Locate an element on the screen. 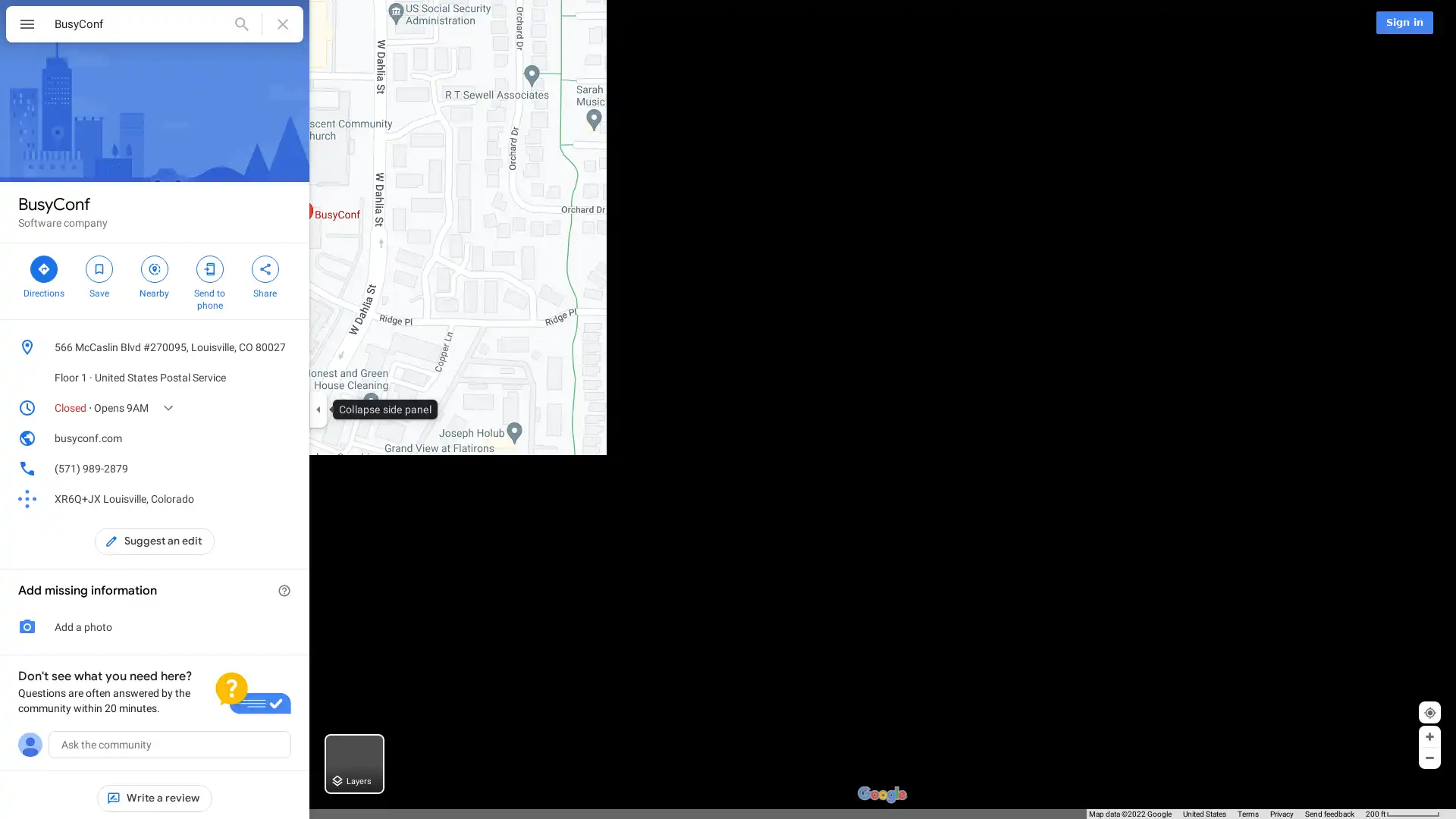 Image resolution: width=1456 pixels, height=819 pixels. Layers is located at coordinates (353, 773).